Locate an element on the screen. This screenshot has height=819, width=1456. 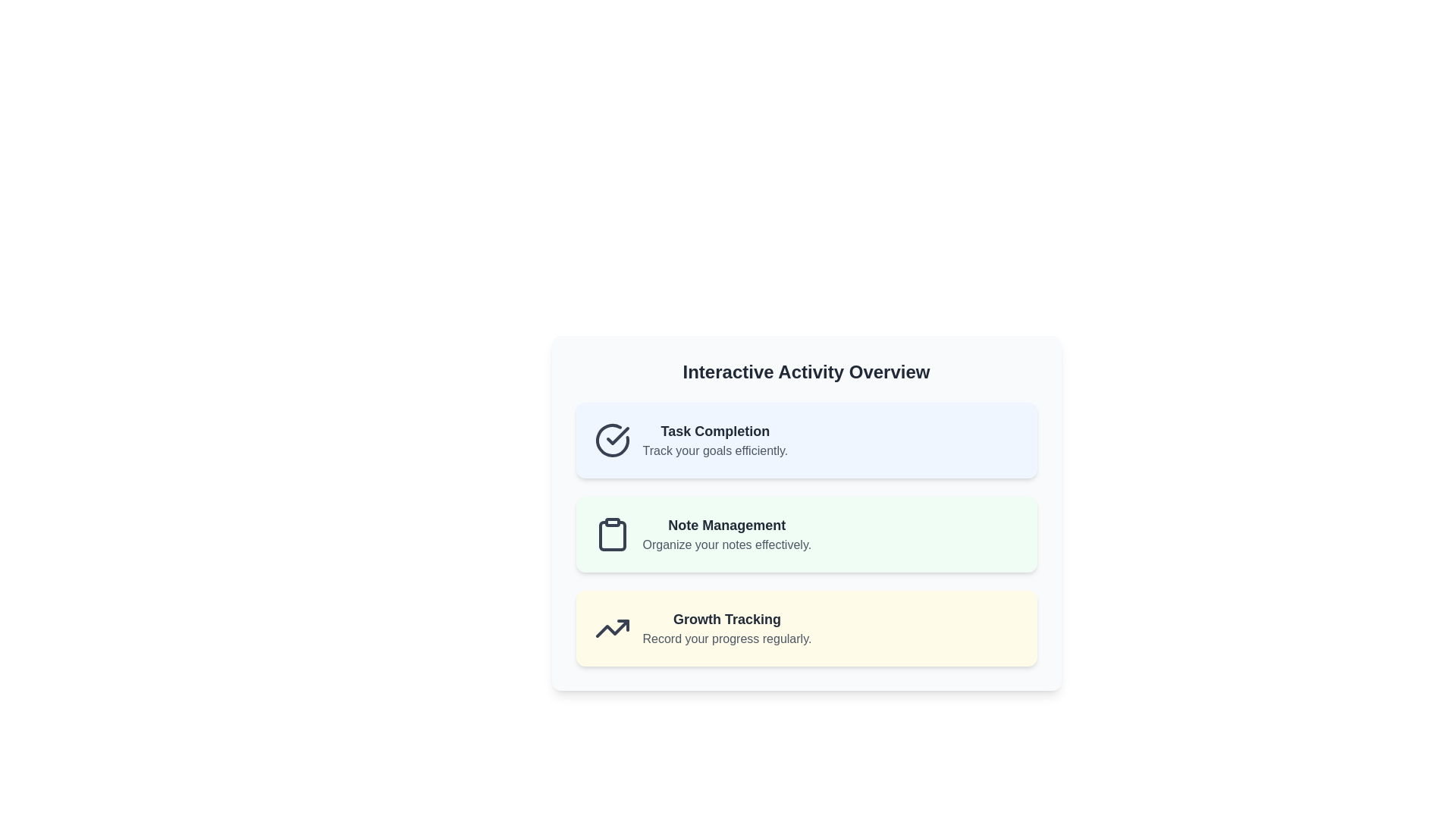
the icon containing the upward arrow accent located in the bottommost section titled 'Growth Tracking' to initiate interaction is located at coordinates (623, 626).